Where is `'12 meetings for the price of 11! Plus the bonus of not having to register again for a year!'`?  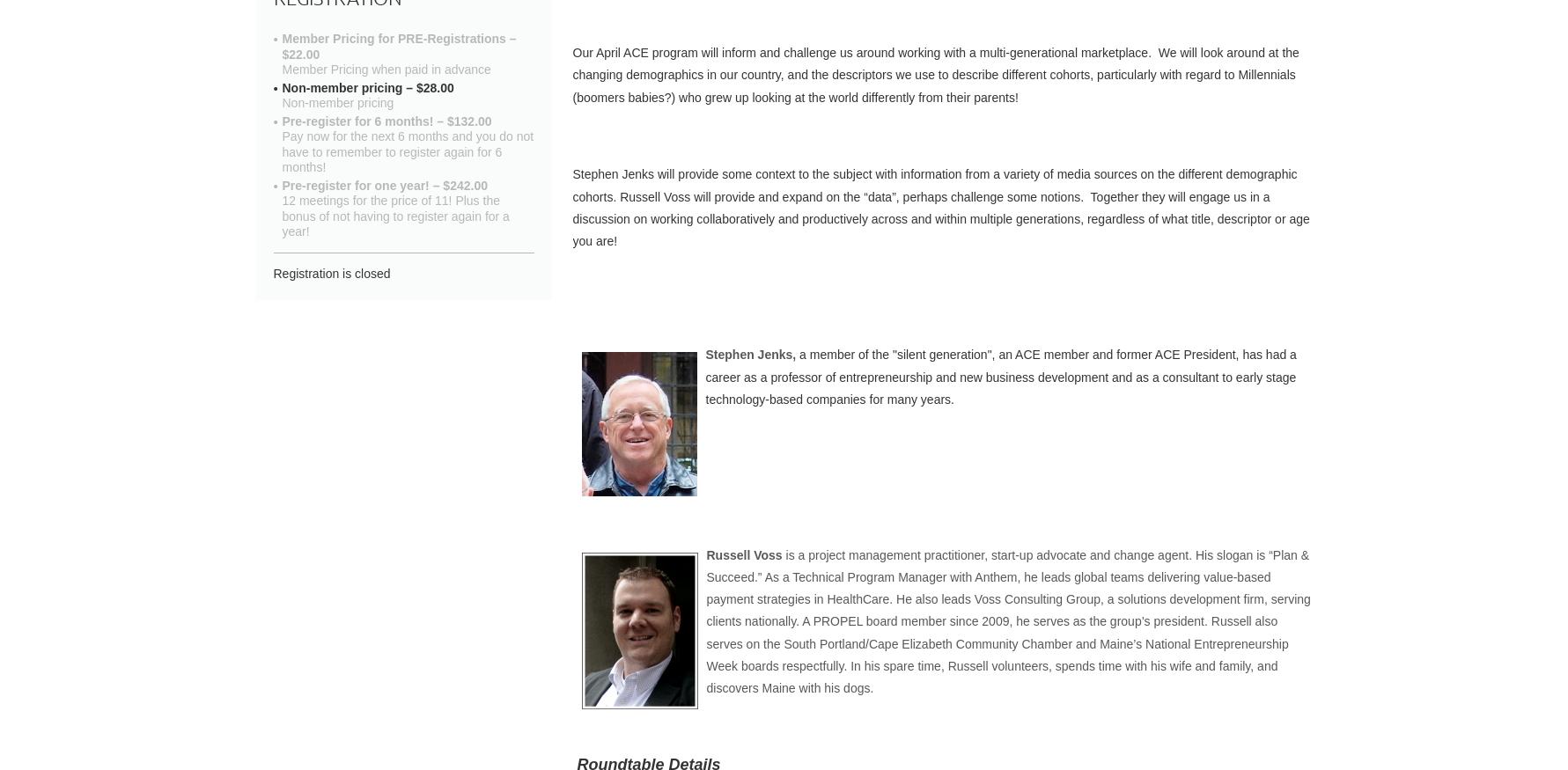 '12 meetings for the price of 11! Plus the bonus of not having to register again for a year!' is located at coordinates (281, 216).